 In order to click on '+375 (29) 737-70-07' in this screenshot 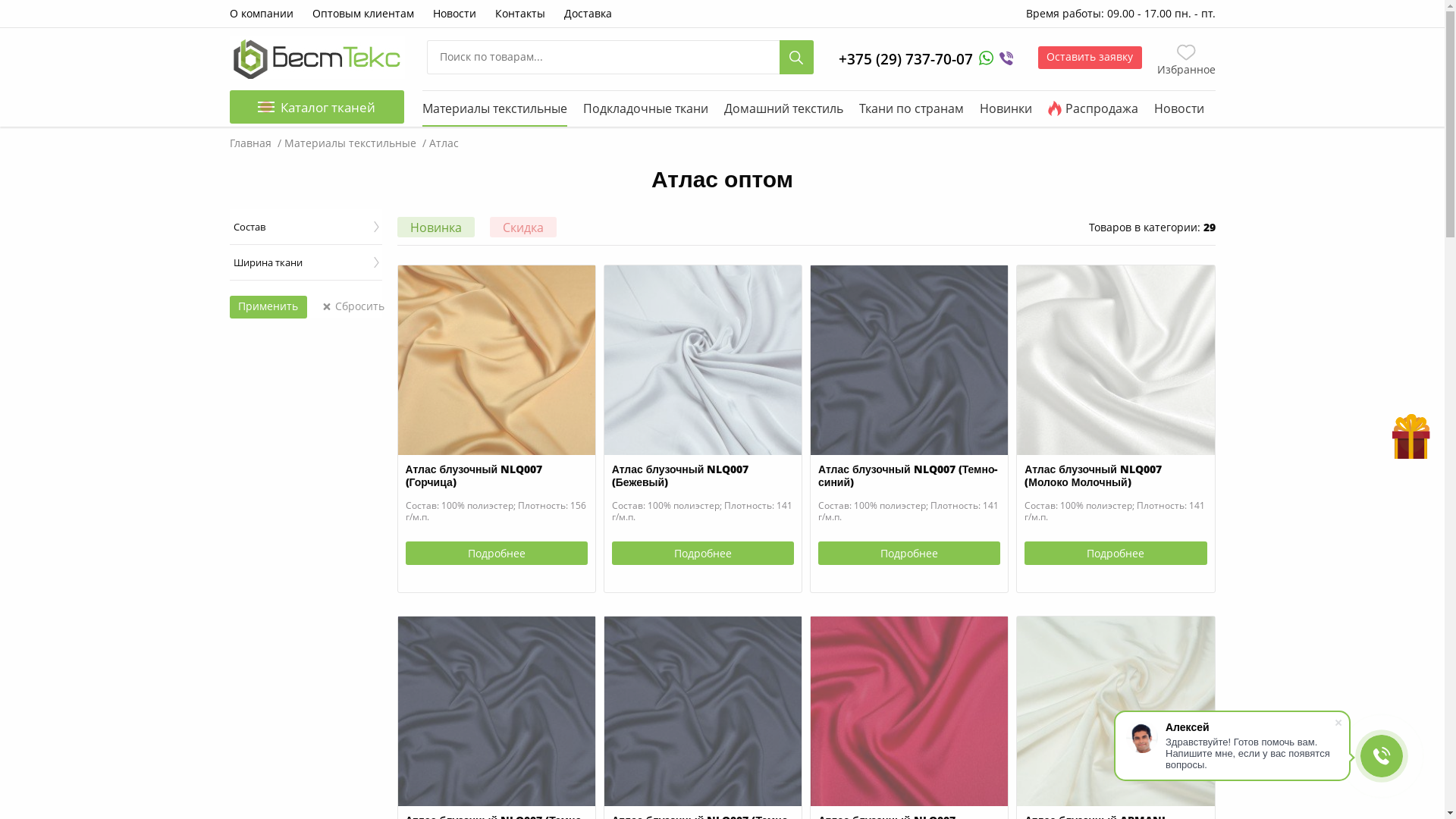, I will do `click(905, 58)`.